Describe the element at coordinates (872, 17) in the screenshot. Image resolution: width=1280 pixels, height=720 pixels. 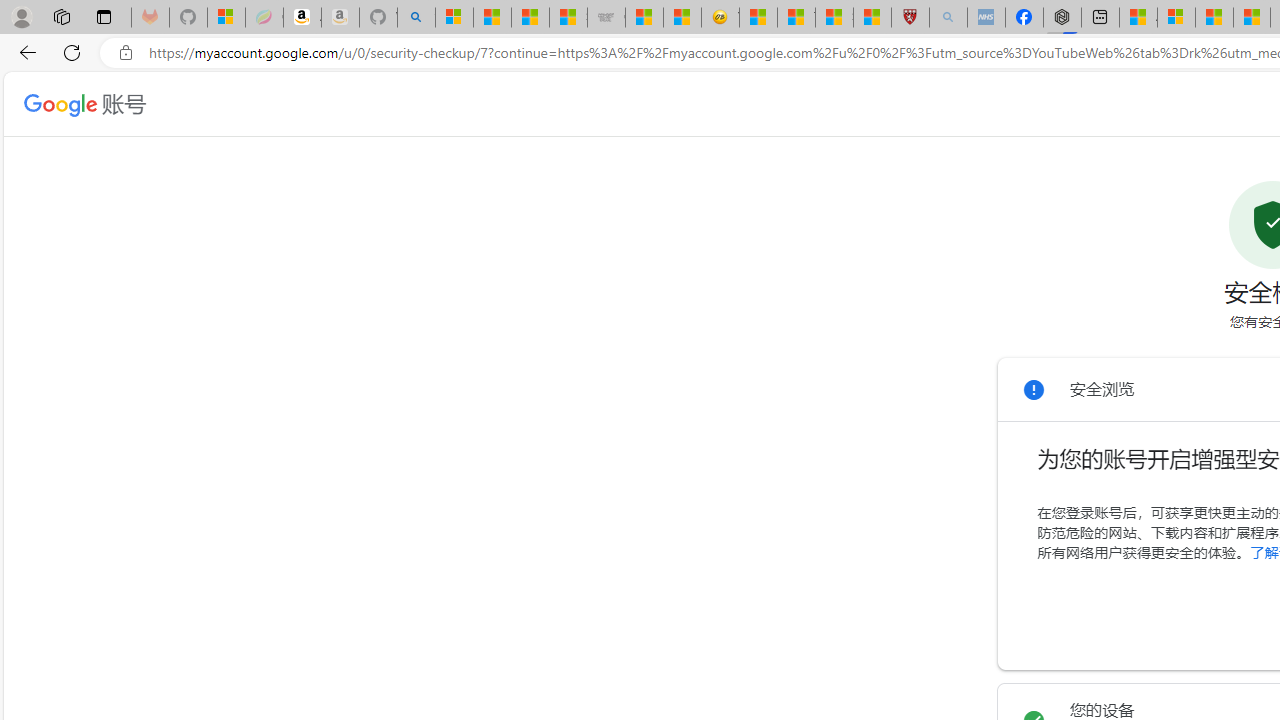
I see `'12 Popular Science Lies that Must be Corrected'` at that location.